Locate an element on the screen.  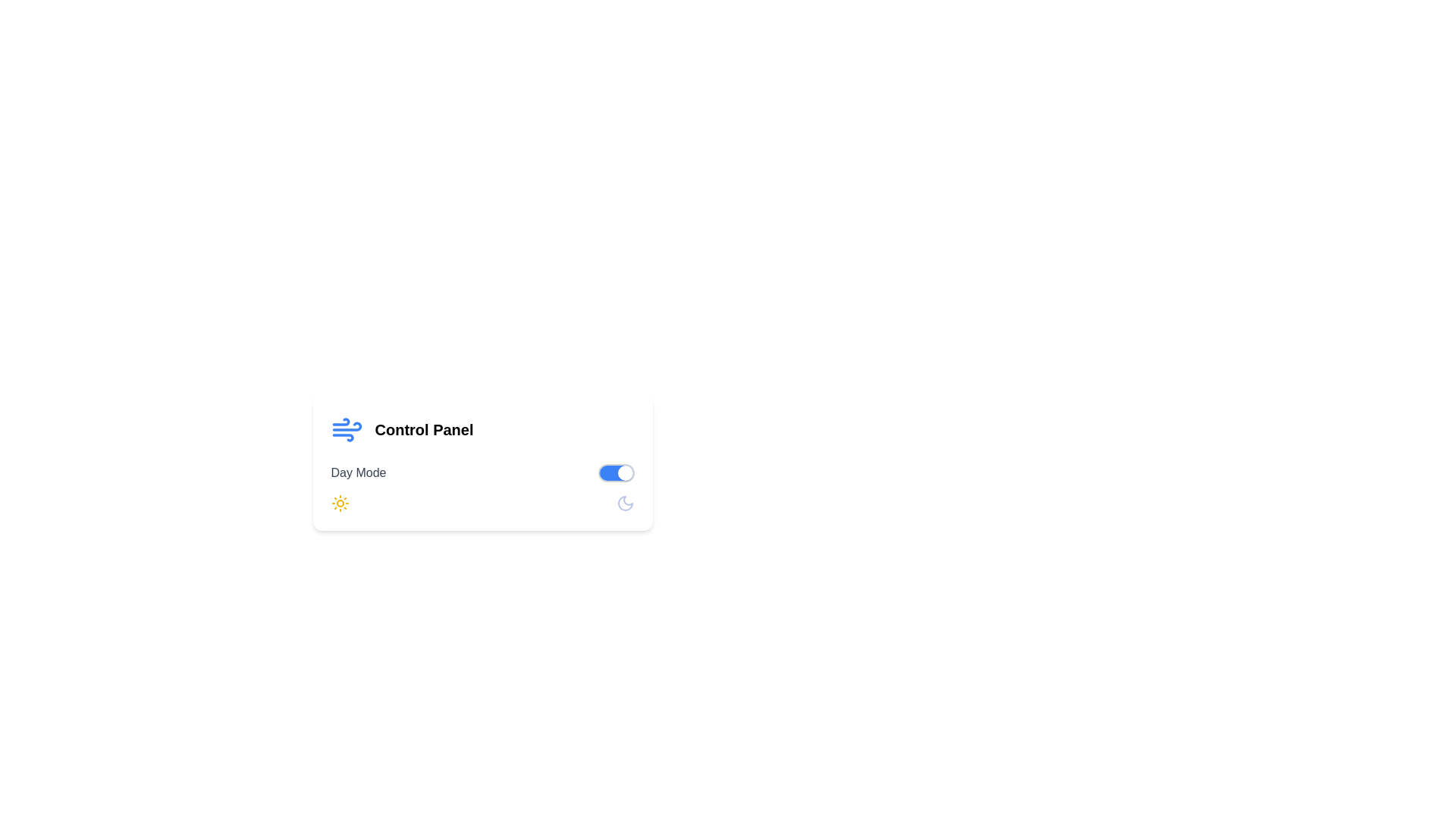
the circular sun icon, which is yellow and styled with rays is located at coordinates (339, 503).